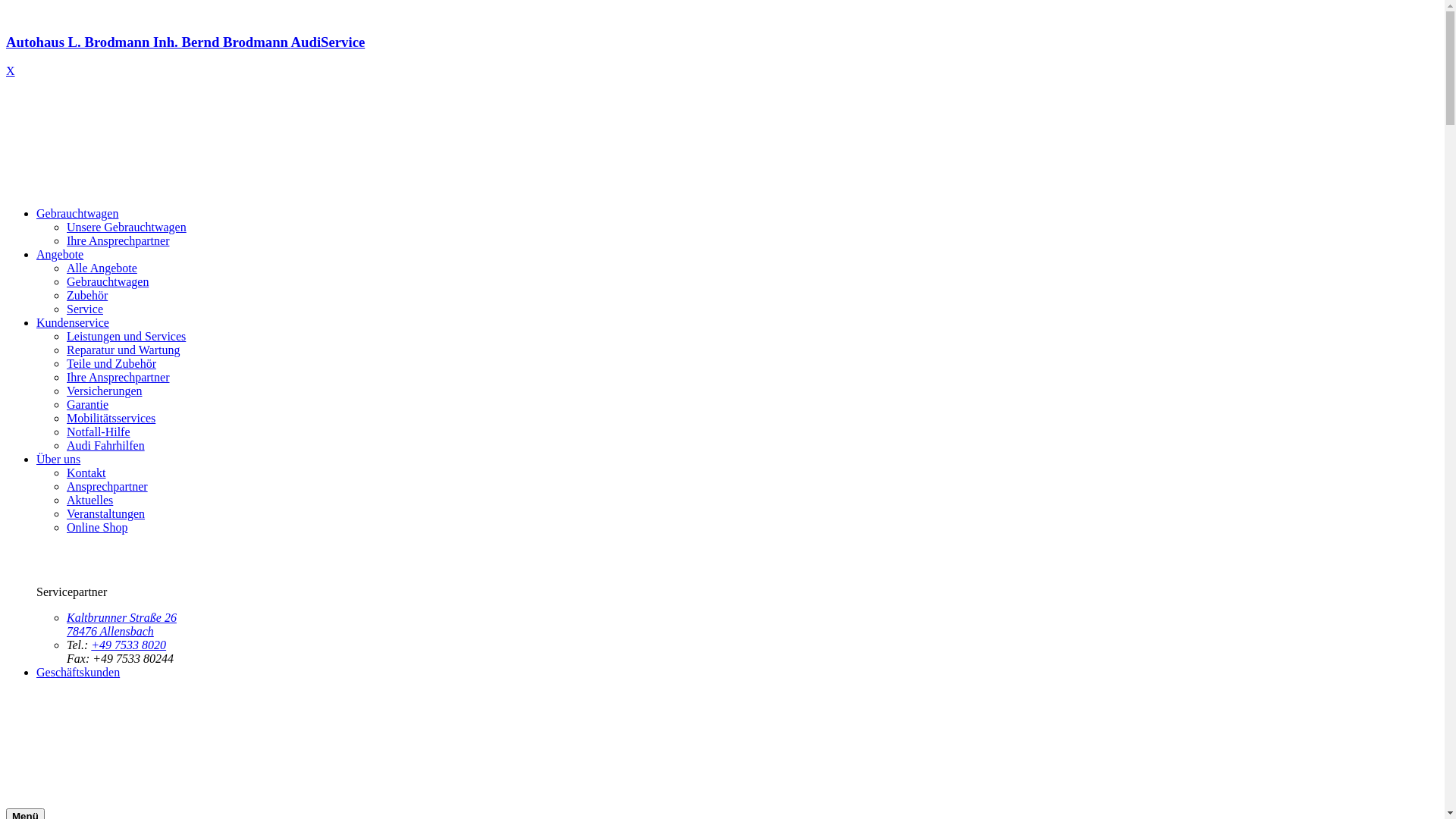 The image size is (1456, 819). What do you see at coordinates (65, 227) in the screenshot?
I see `'Unsere Gebrauchtwagen'` at bounding box center [65, 227].